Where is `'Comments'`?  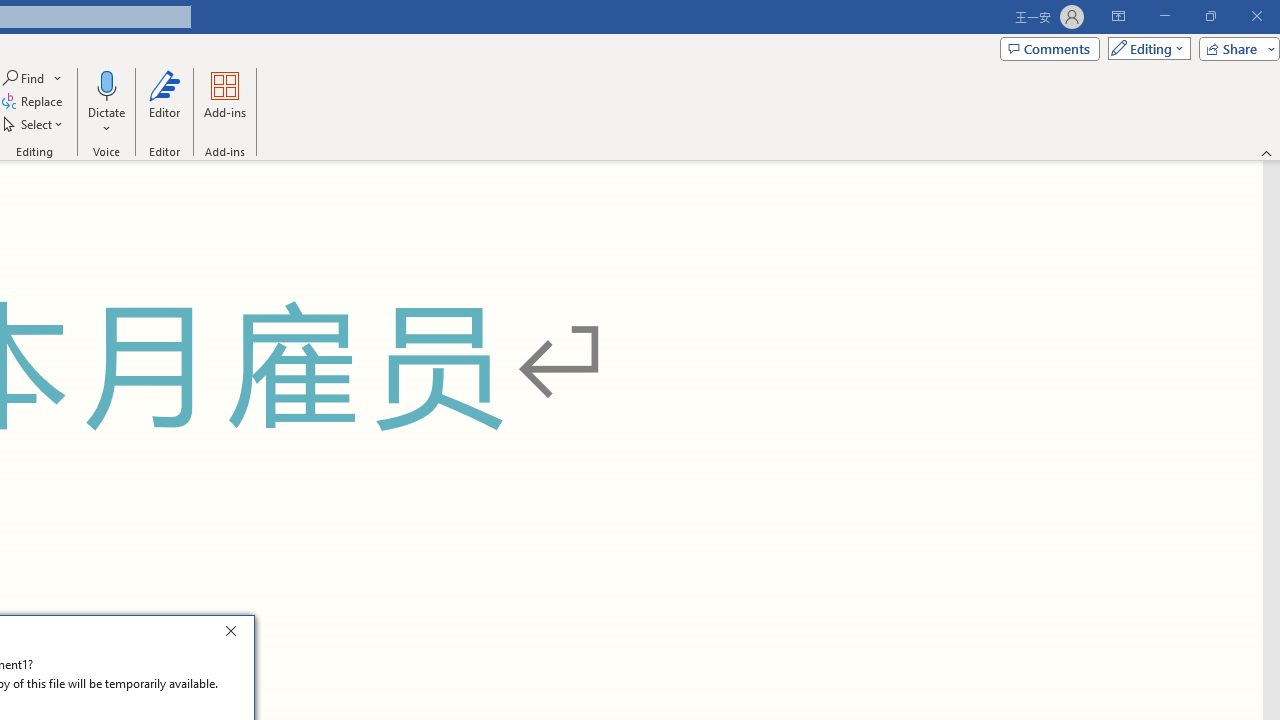 'Comments' is located at coordinates (1048, 47).